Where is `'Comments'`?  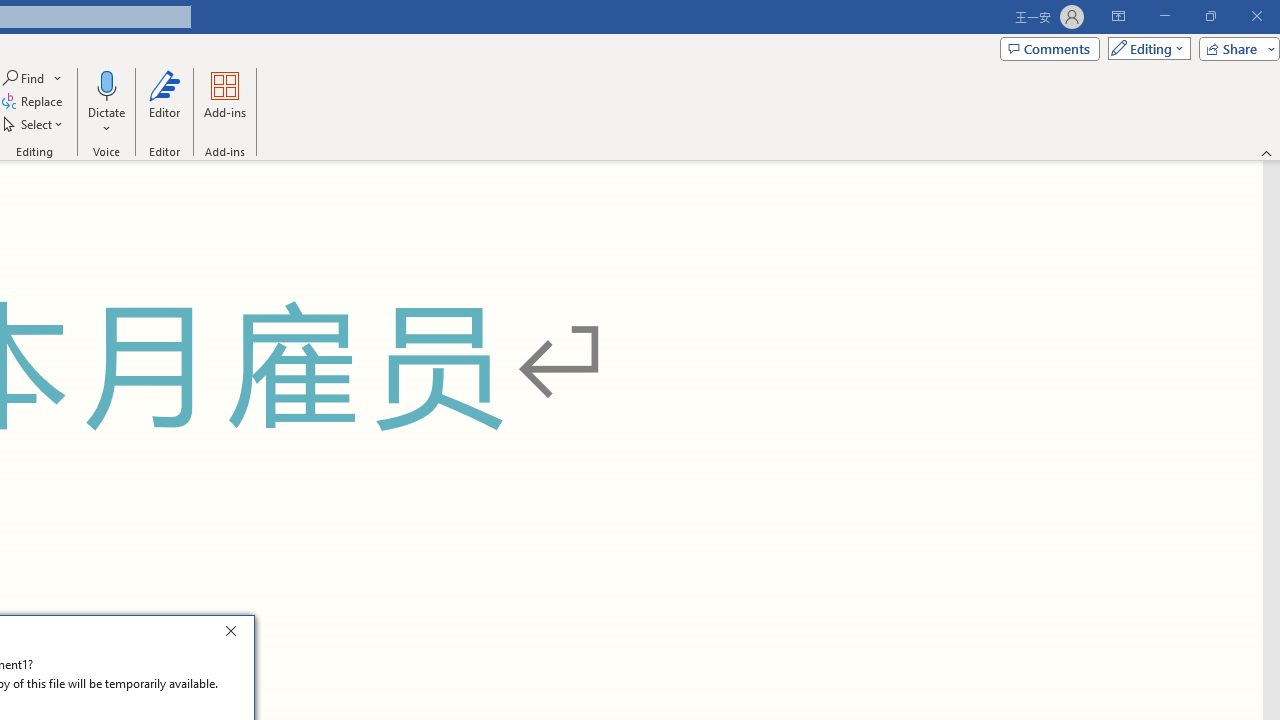 'Comments' is located at coordinates (1048, 47).